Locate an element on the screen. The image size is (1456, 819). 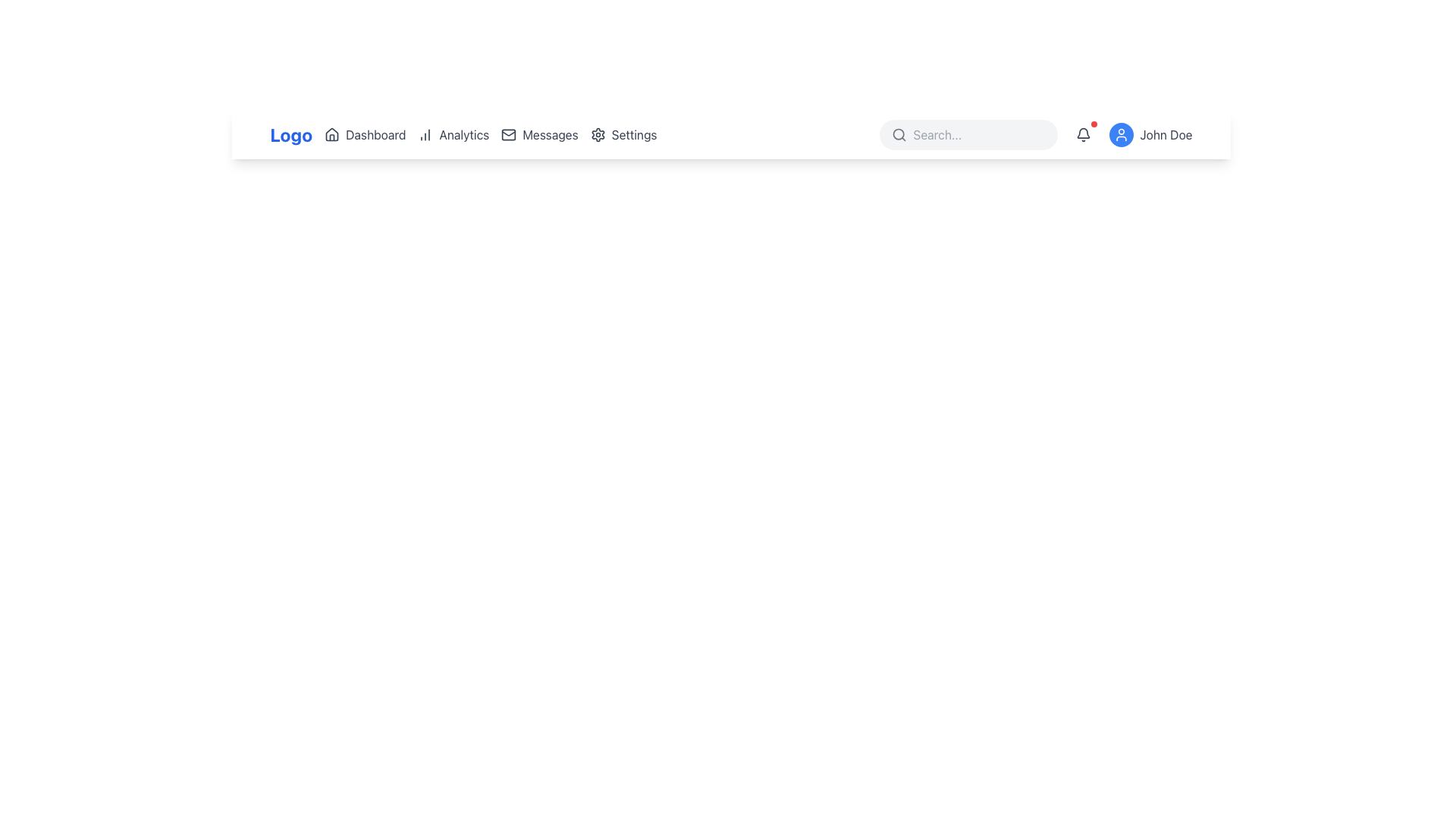
the circular lens component of the search icon, which is part of the graphical magnifying glass in the top right quarter of the interface is located at coordinates (899, 133).